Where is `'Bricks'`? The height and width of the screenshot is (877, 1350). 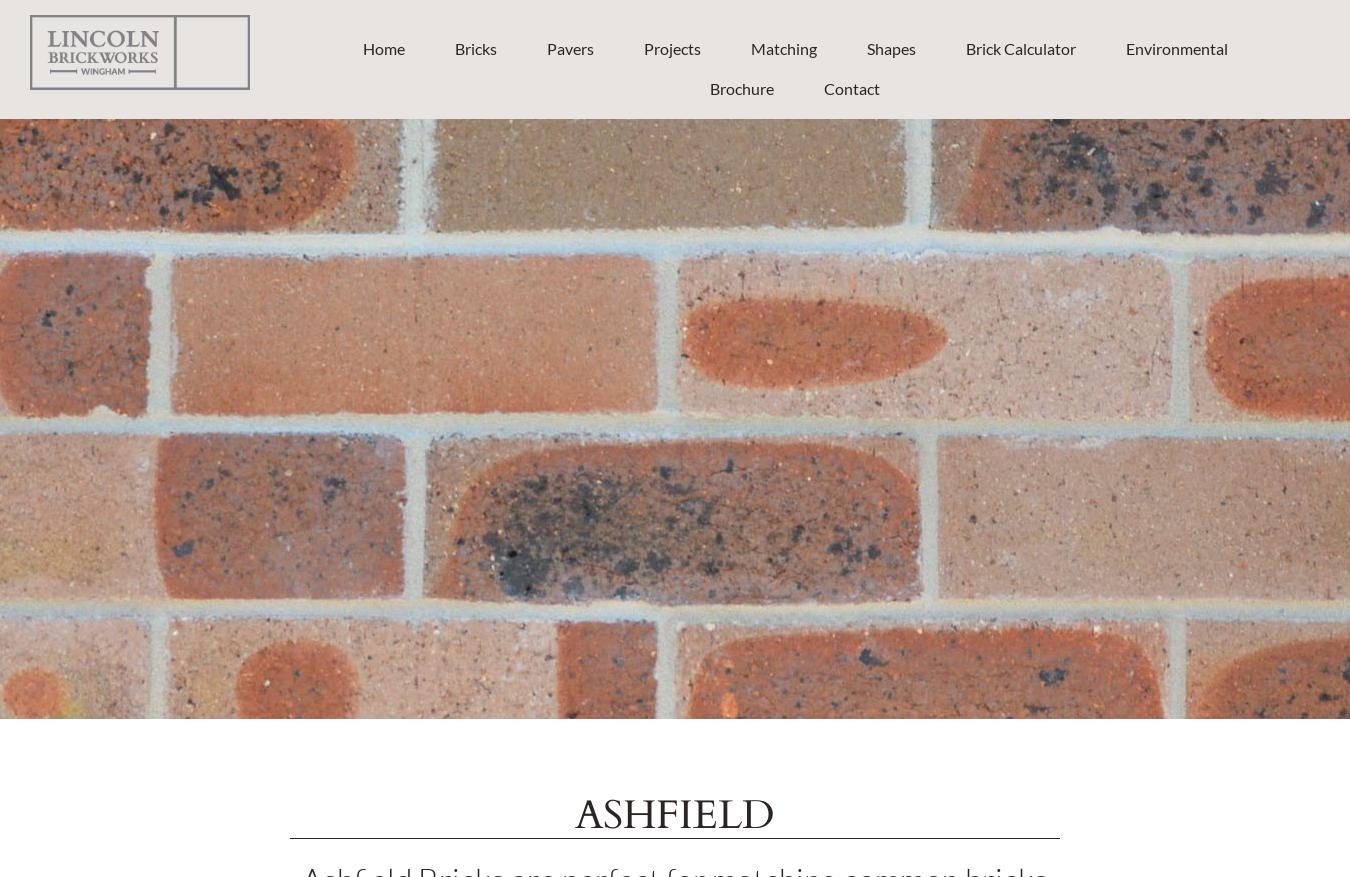 'Bricks' is located at coordinates (474, 47).